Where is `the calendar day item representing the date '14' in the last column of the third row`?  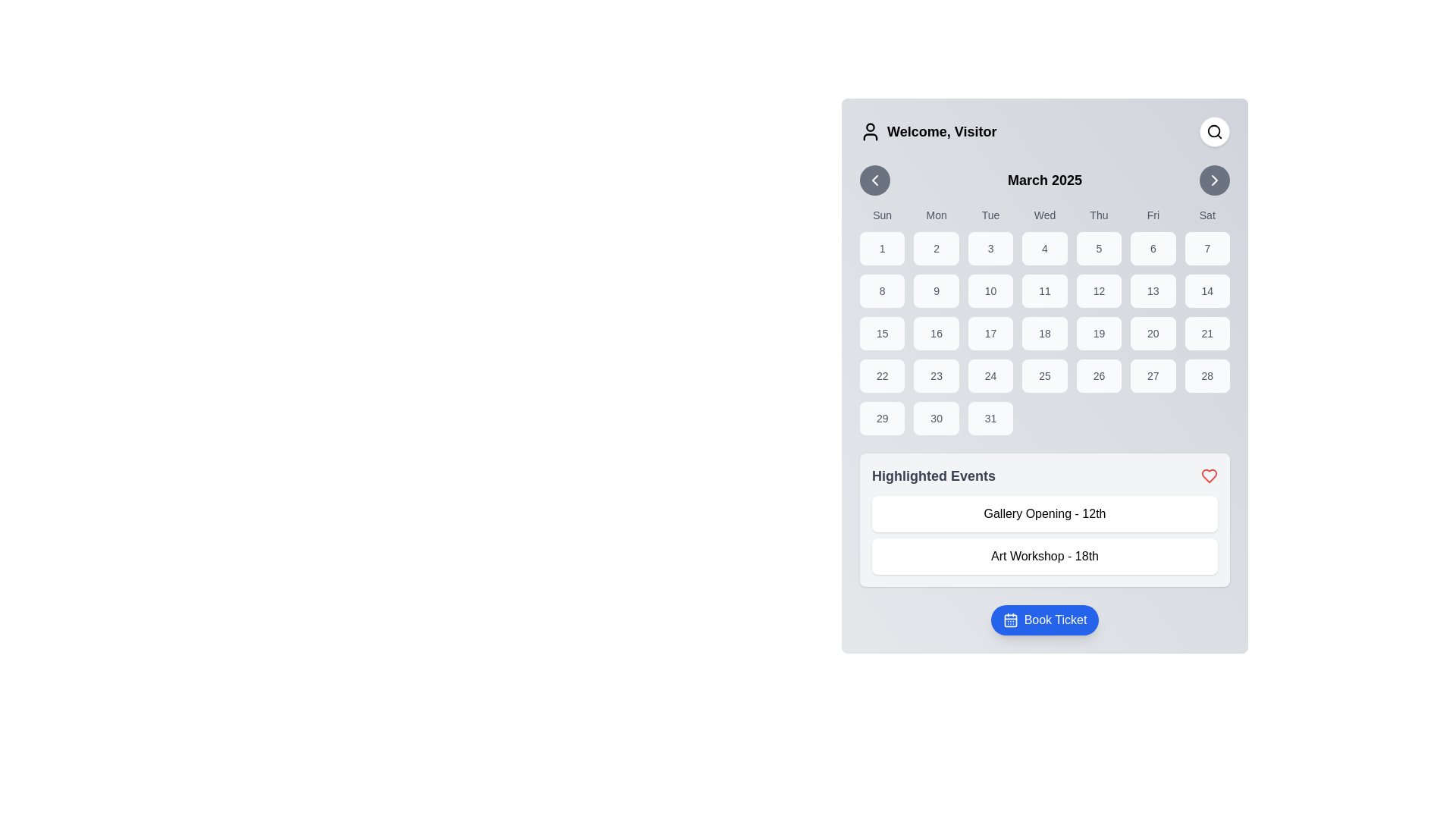 the calendar day item representing the date '14' in the last column of the third row is located at coordinates (1207, 291).